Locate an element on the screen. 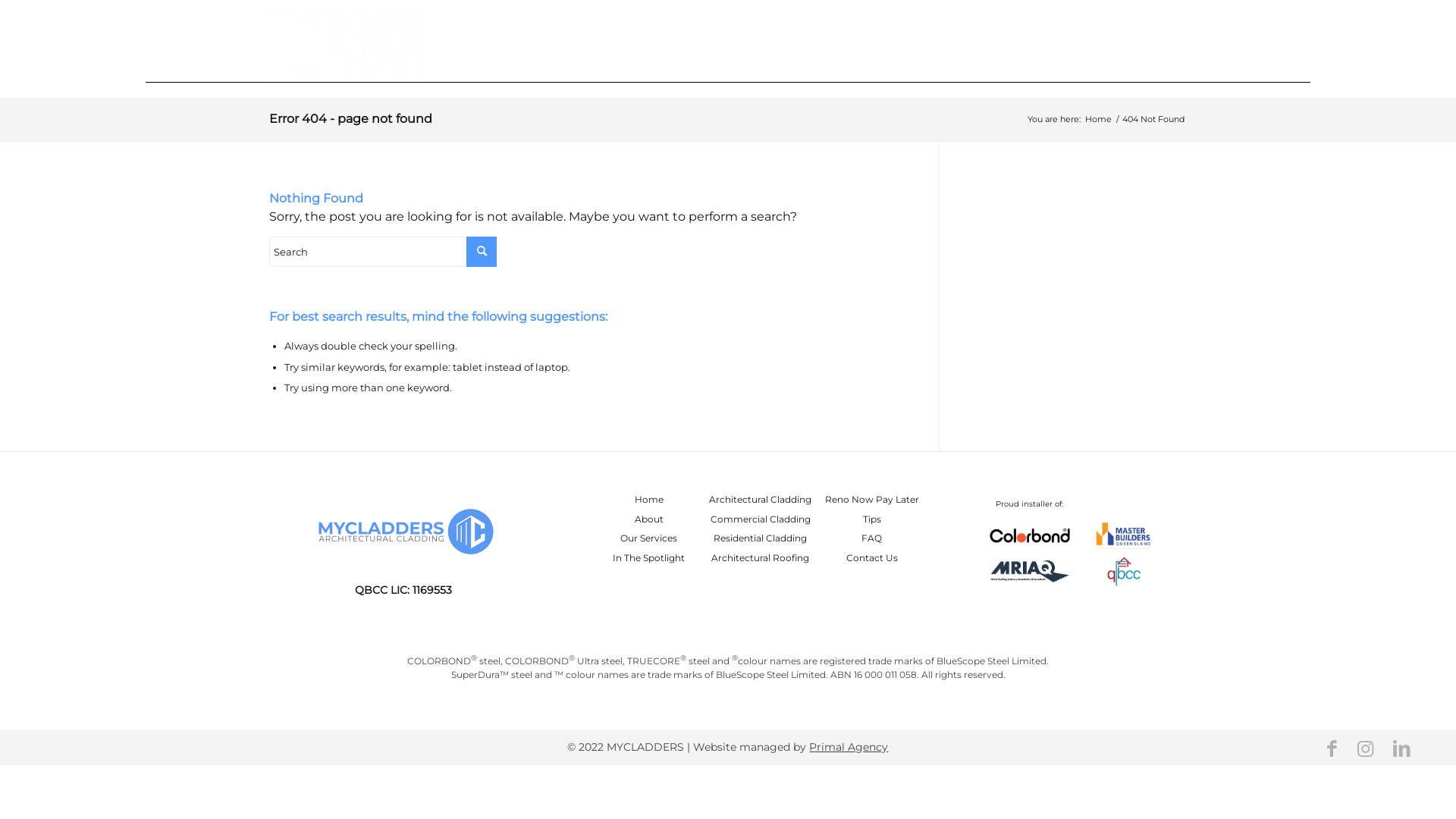  'Architectural Roofing' is located at coordinates (710, 557).